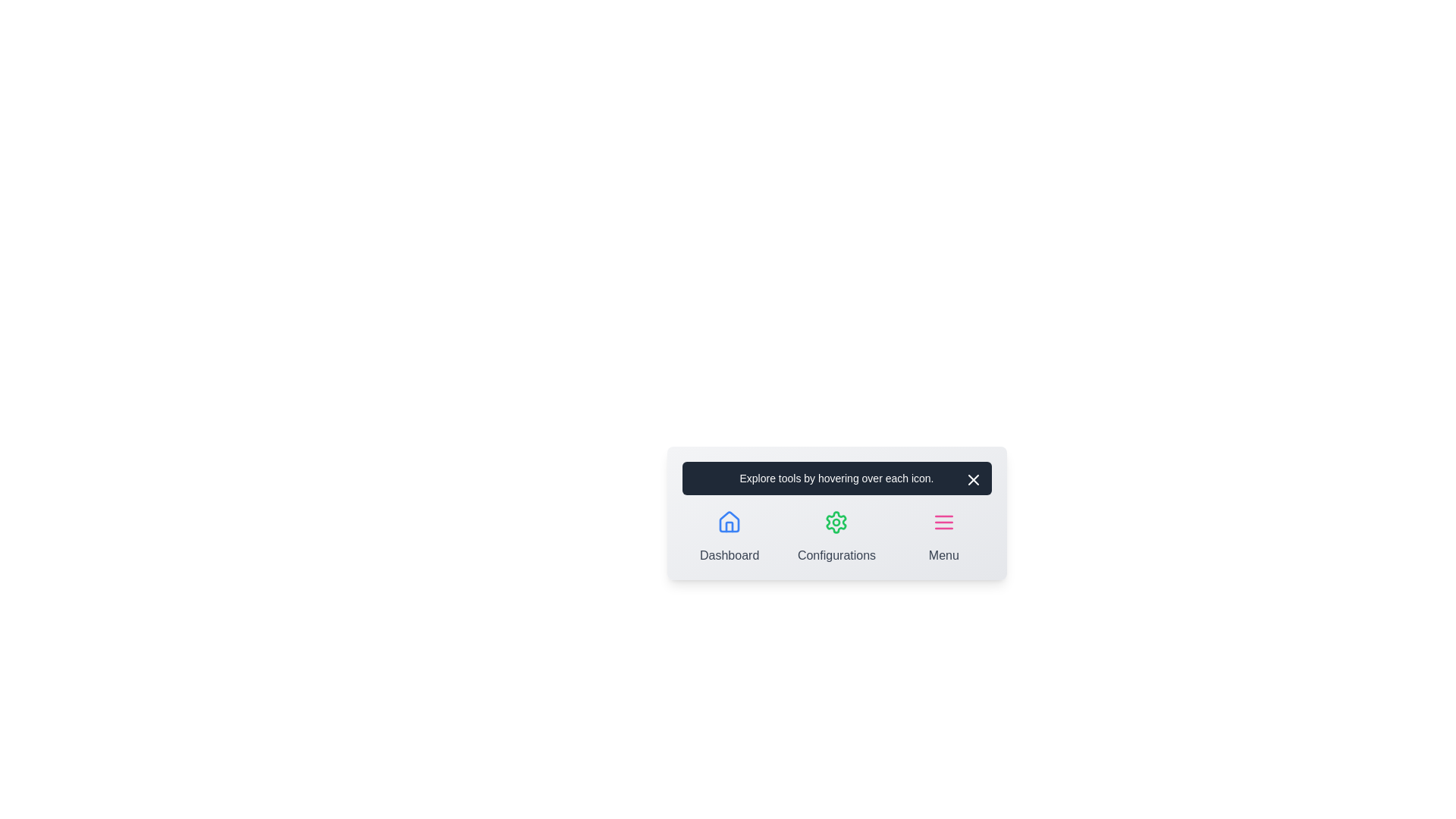 This screenshot has width=1456, height=819. What do you see at coordinates (836, 534) in the screenshot?
I see `the 'Configurations' interactive selection element, which features a green gear icon and is the second item in a horizontal row of three items in a grid layout` at bounding box center [836, 534].